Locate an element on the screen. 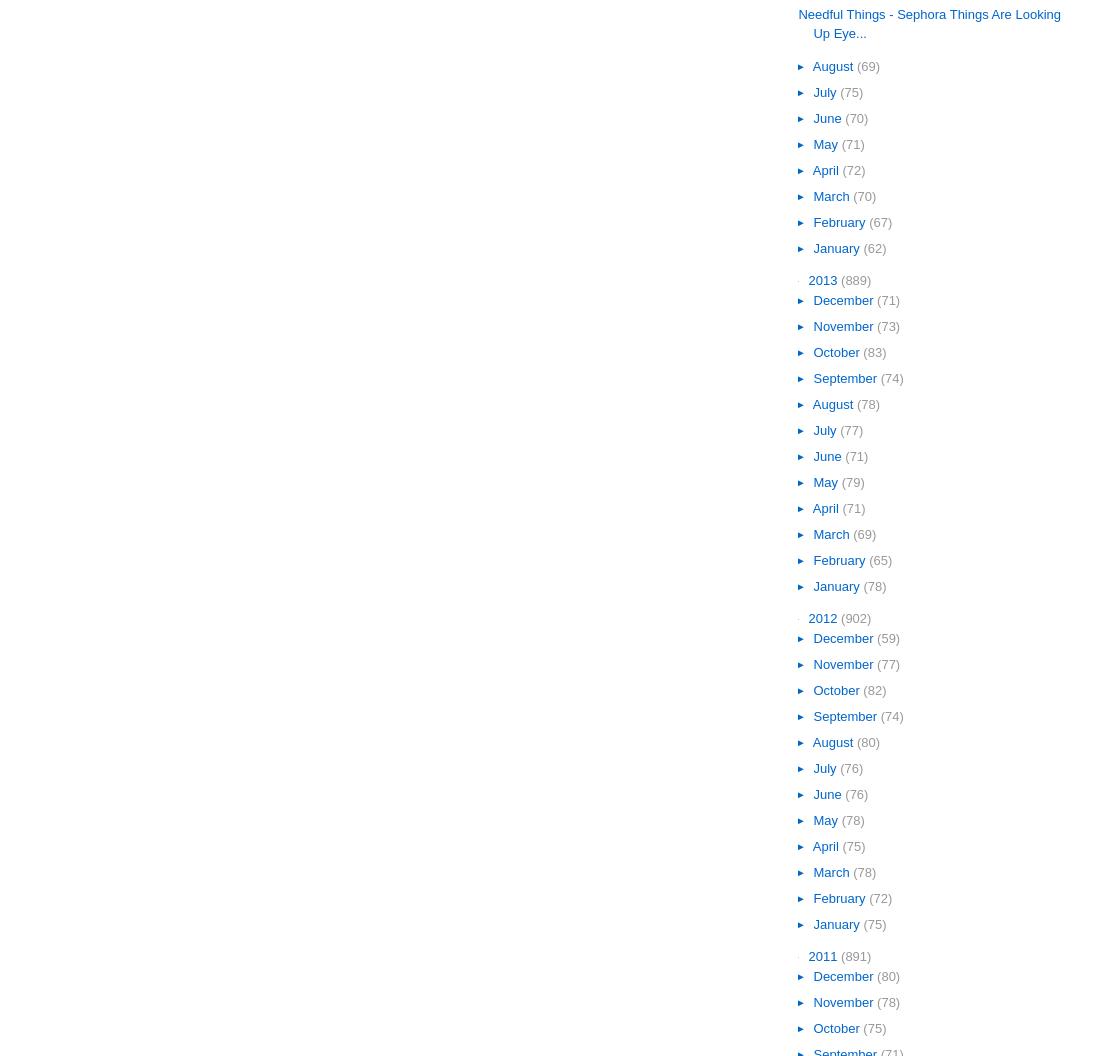  '2012' is located at coordinates (824, 617).